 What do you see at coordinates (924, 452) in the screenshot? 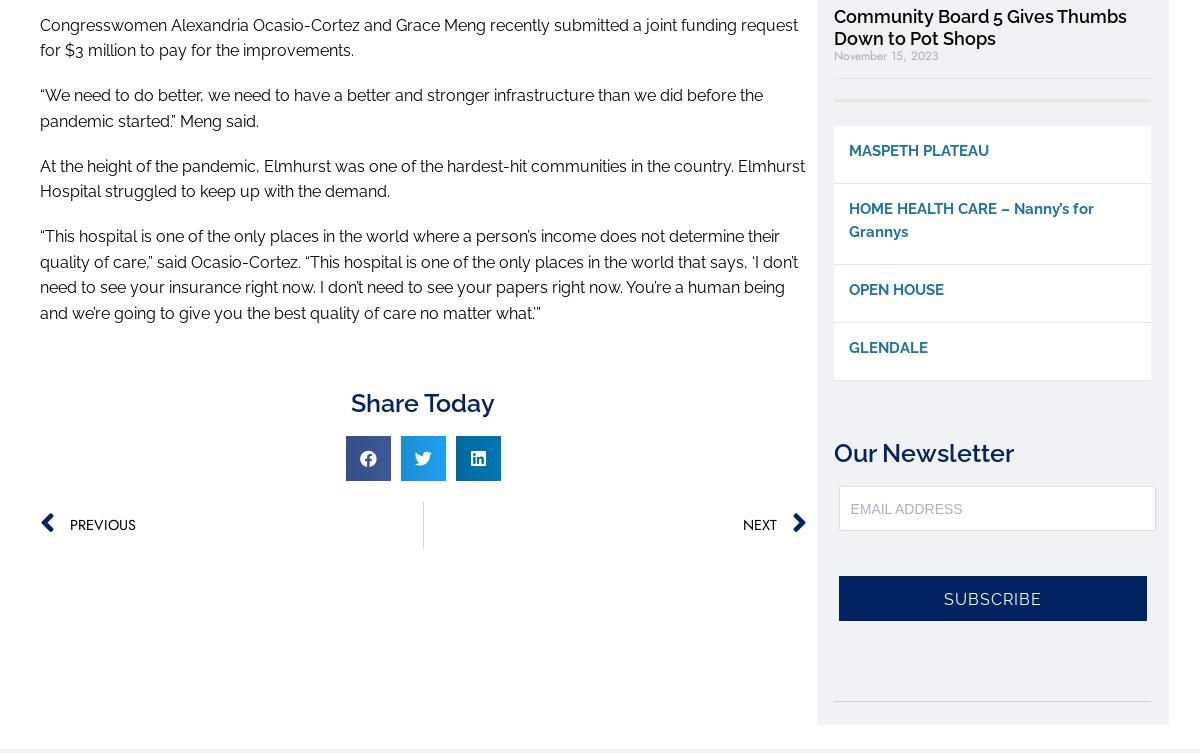
I see `'Our Newsletter'` at bounding box center [924, 452].